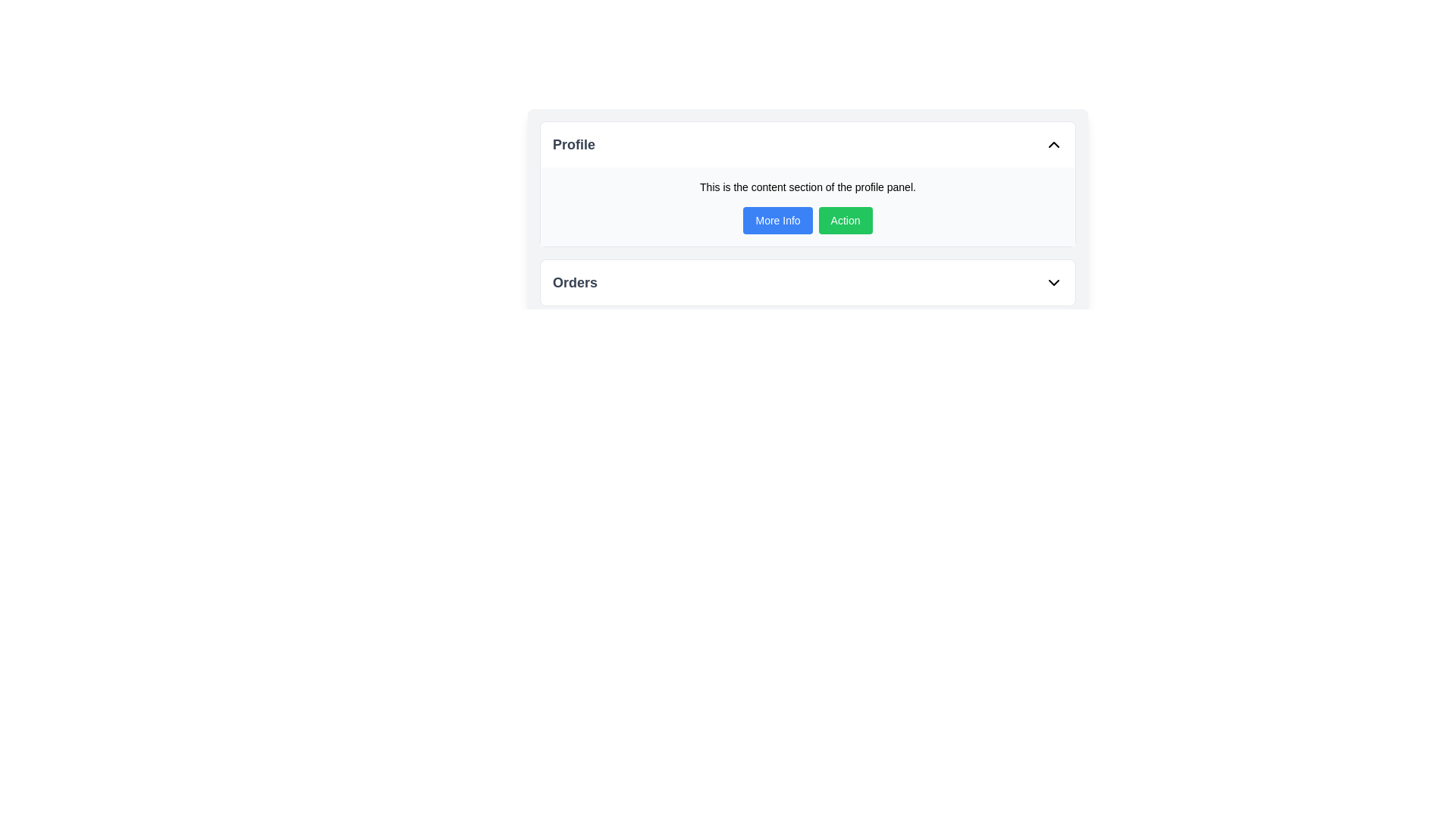  What do you see at coordinates (807, 186) in the screenshot?
I see `the text block that displays 'This is the content section of the profile panel.' located in the Profile section, positioned above the 'More Info' and 'Action' buttons` at bounding box center [807, 186].